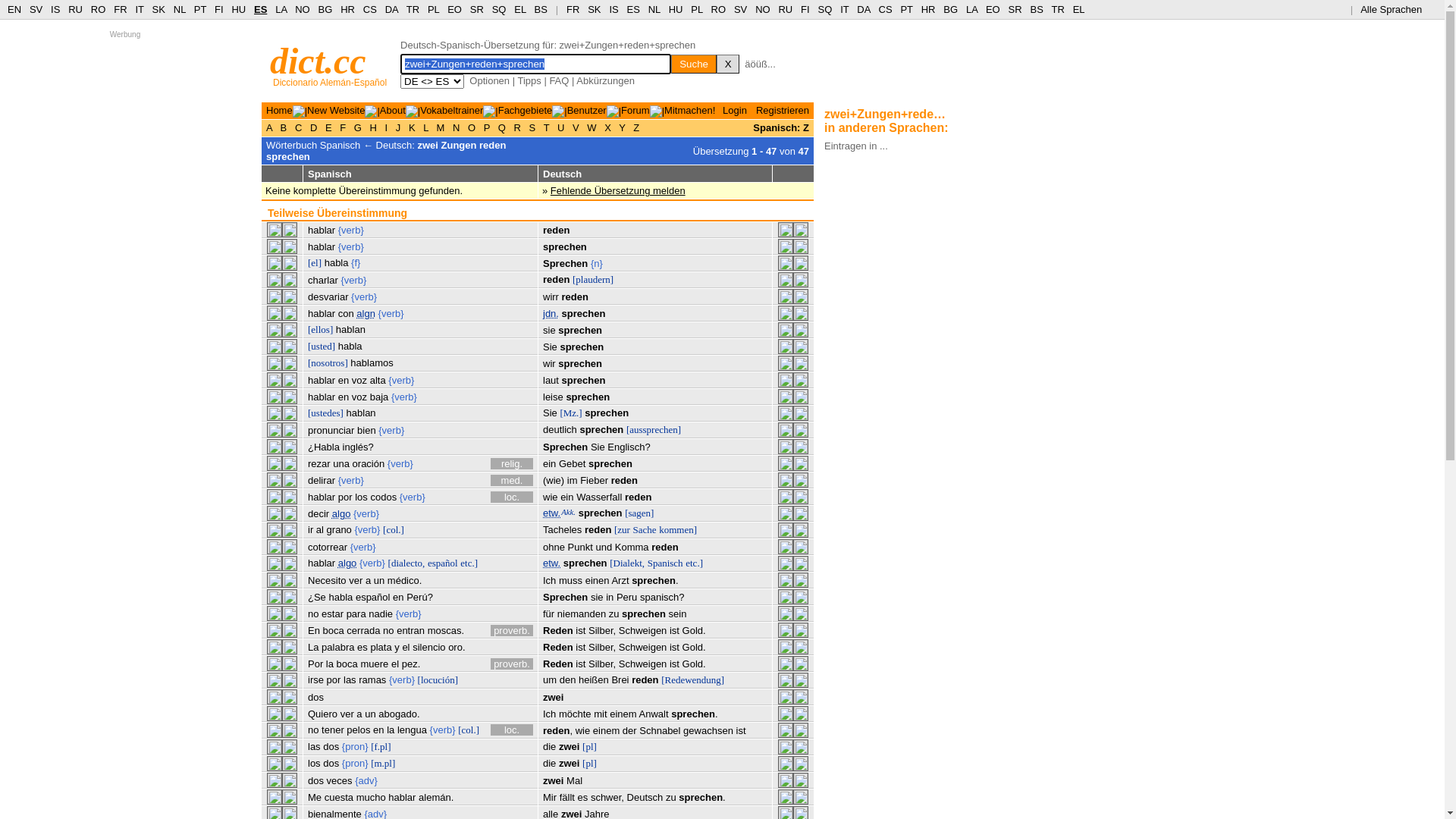 Image resolution: width=1456 pixels, height=819 pixels. Describe the element at coordinates (313, 796) in the screenshot. I see `'Me'` at that location.